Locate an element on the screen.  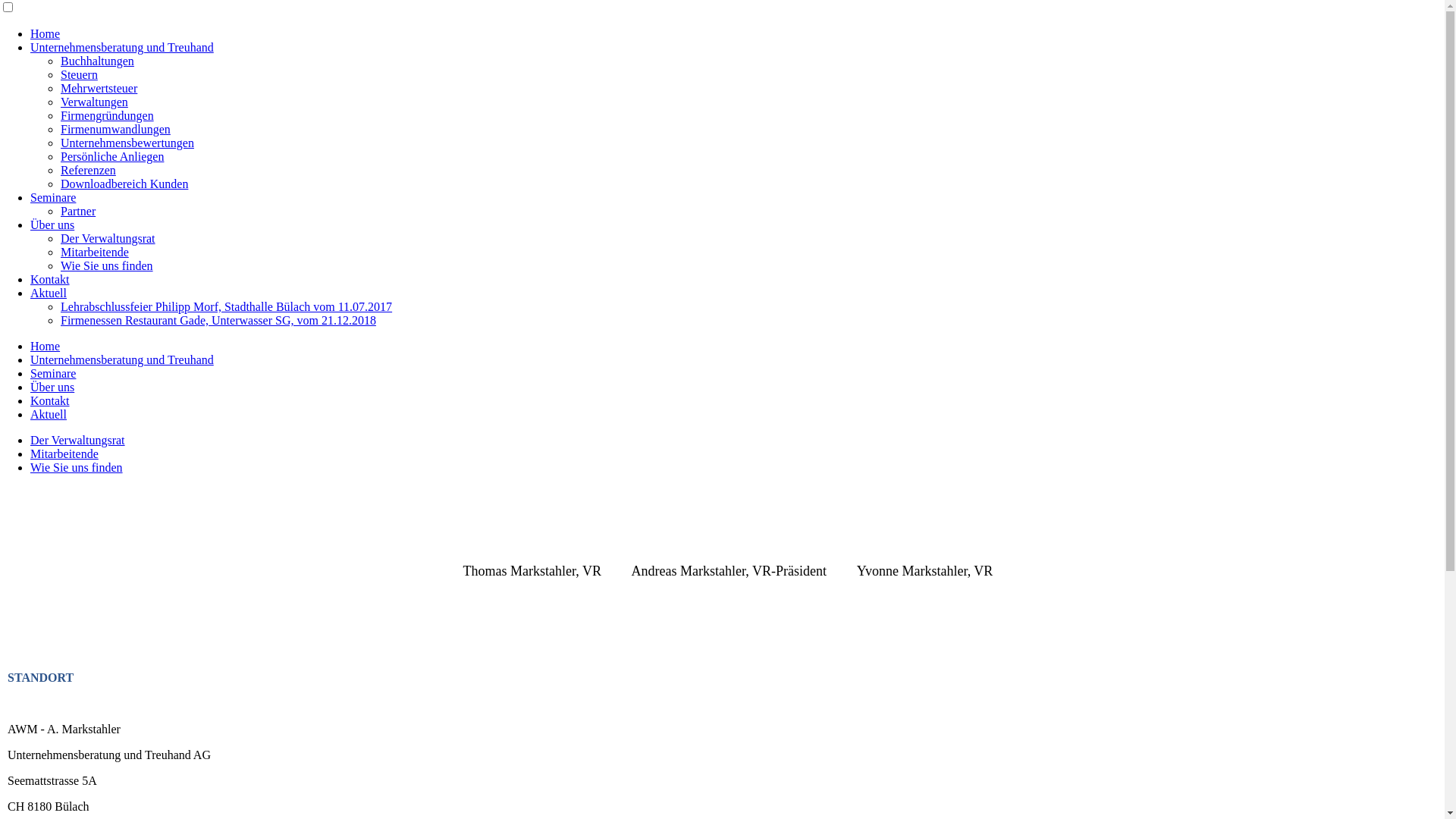
'Home' is located at coordinates (30, 346).